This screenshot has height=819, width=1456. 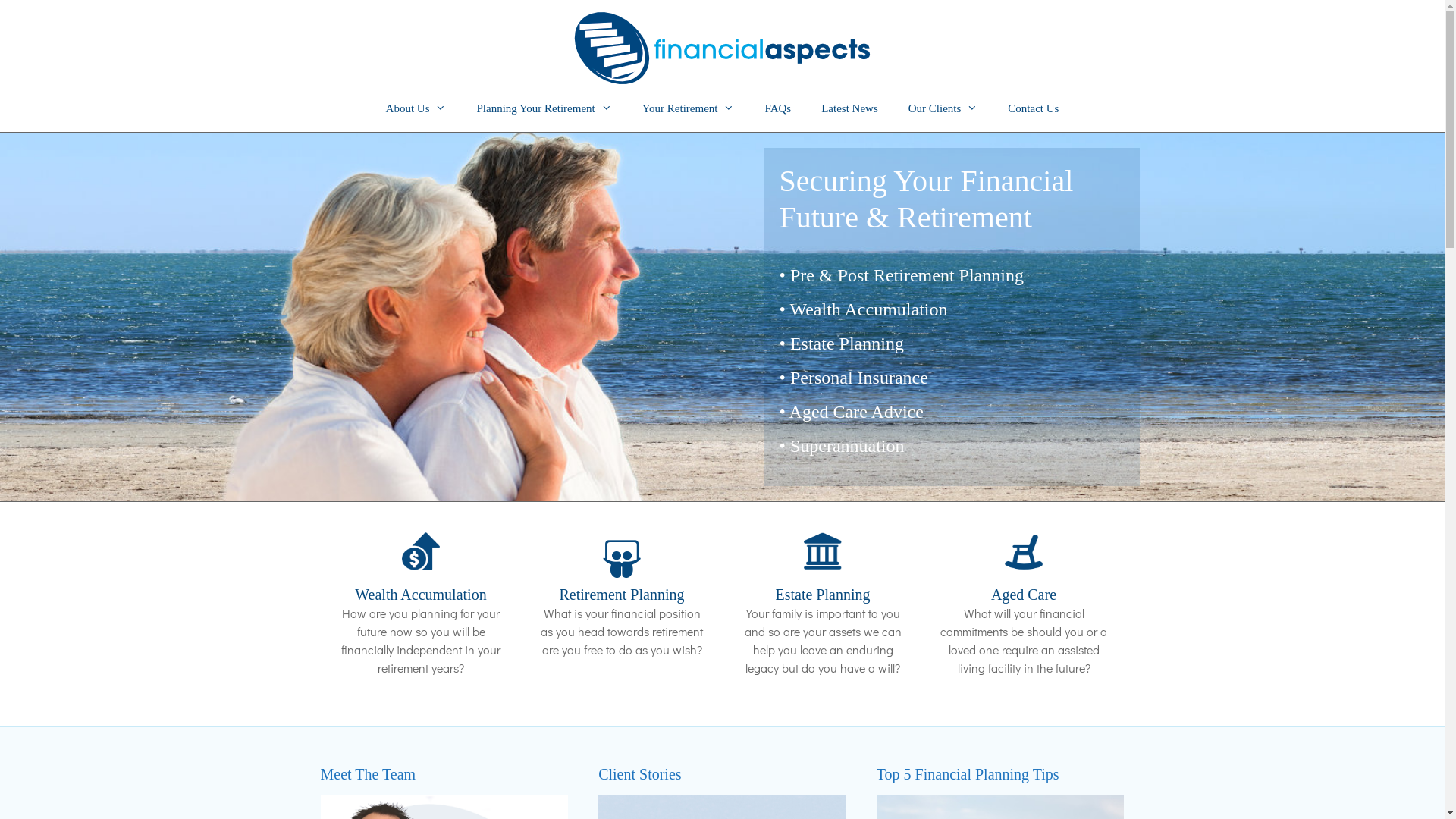 What do you see at coordinates (687, 107) in the screenshot?
I see `'Your Retirement'` at bounding box center [687, 107].